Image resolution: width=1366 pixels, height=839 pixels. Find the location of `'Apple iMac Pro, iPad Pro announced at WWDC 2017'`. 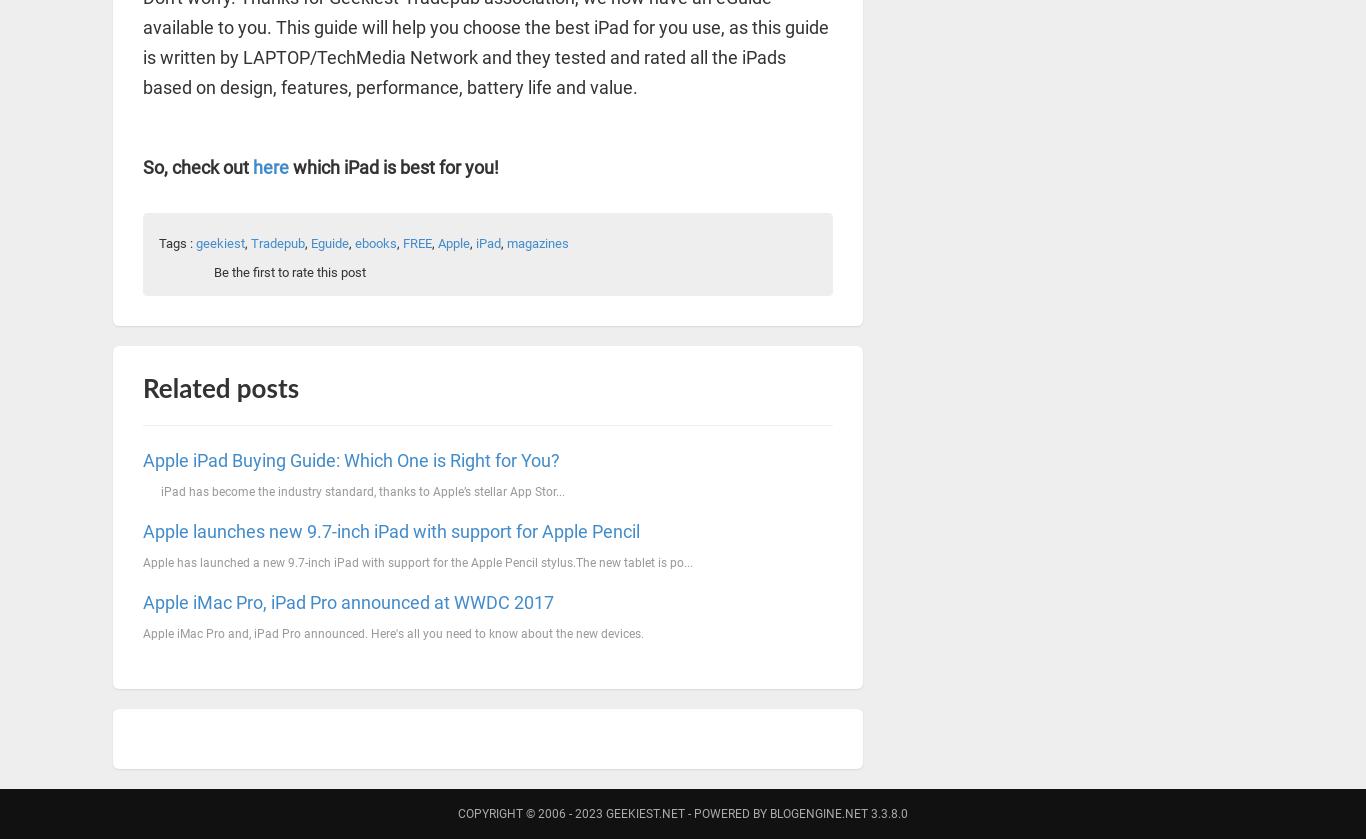

'Apple iMac Pro, iPad Pro announced at WWDC 2017' is located at coordinates (347, 600).